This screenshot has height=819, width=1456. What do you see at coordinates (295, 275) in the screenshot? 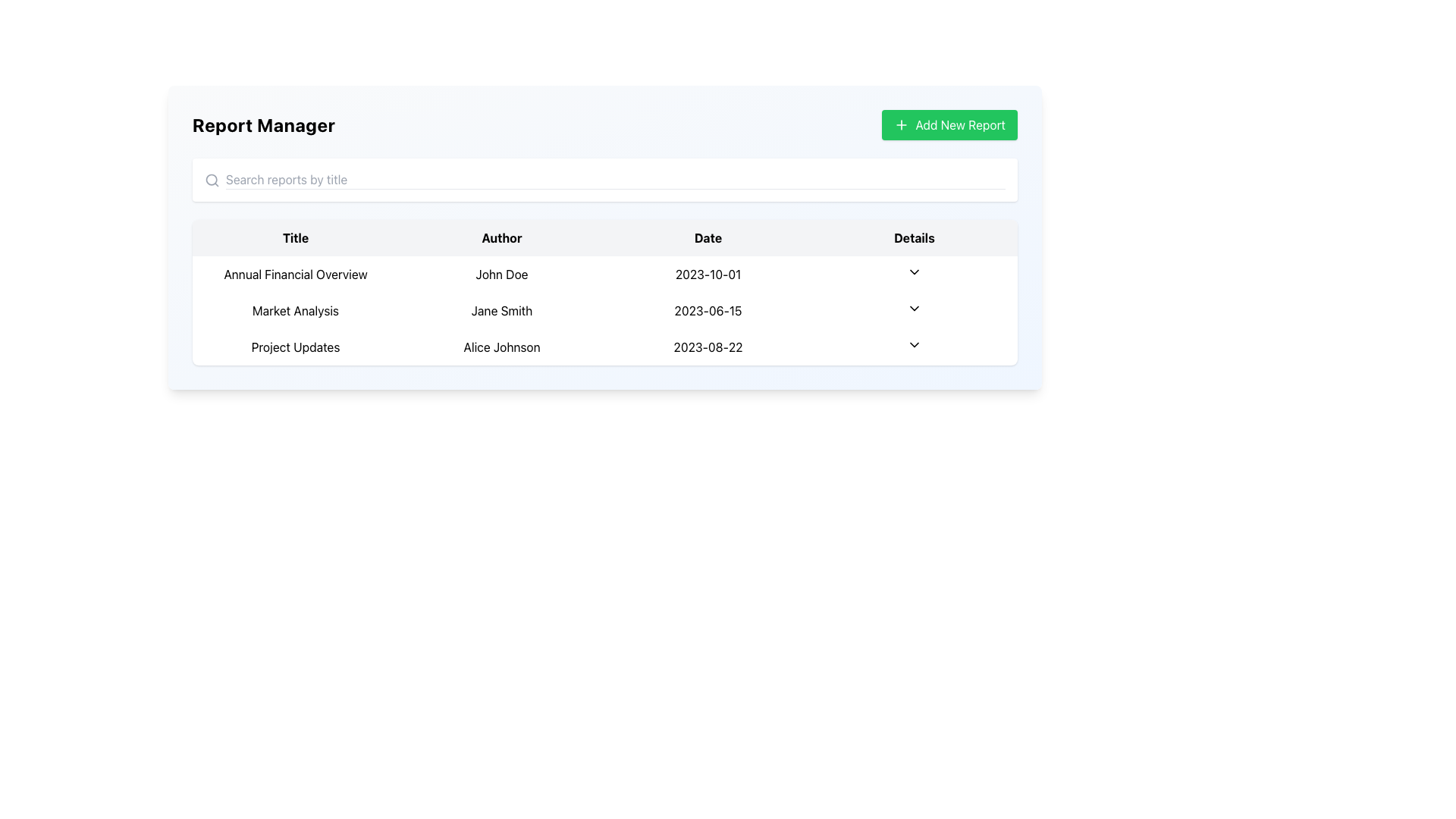
I see `the text label which serves as the title or heading for a document, located in the first entry under the 'Title' column, adjacent to 'John Doe' in the 'Author' column, and aligned with '2023-10-01' in the 'Date' column` at bounding box center [295, 275].